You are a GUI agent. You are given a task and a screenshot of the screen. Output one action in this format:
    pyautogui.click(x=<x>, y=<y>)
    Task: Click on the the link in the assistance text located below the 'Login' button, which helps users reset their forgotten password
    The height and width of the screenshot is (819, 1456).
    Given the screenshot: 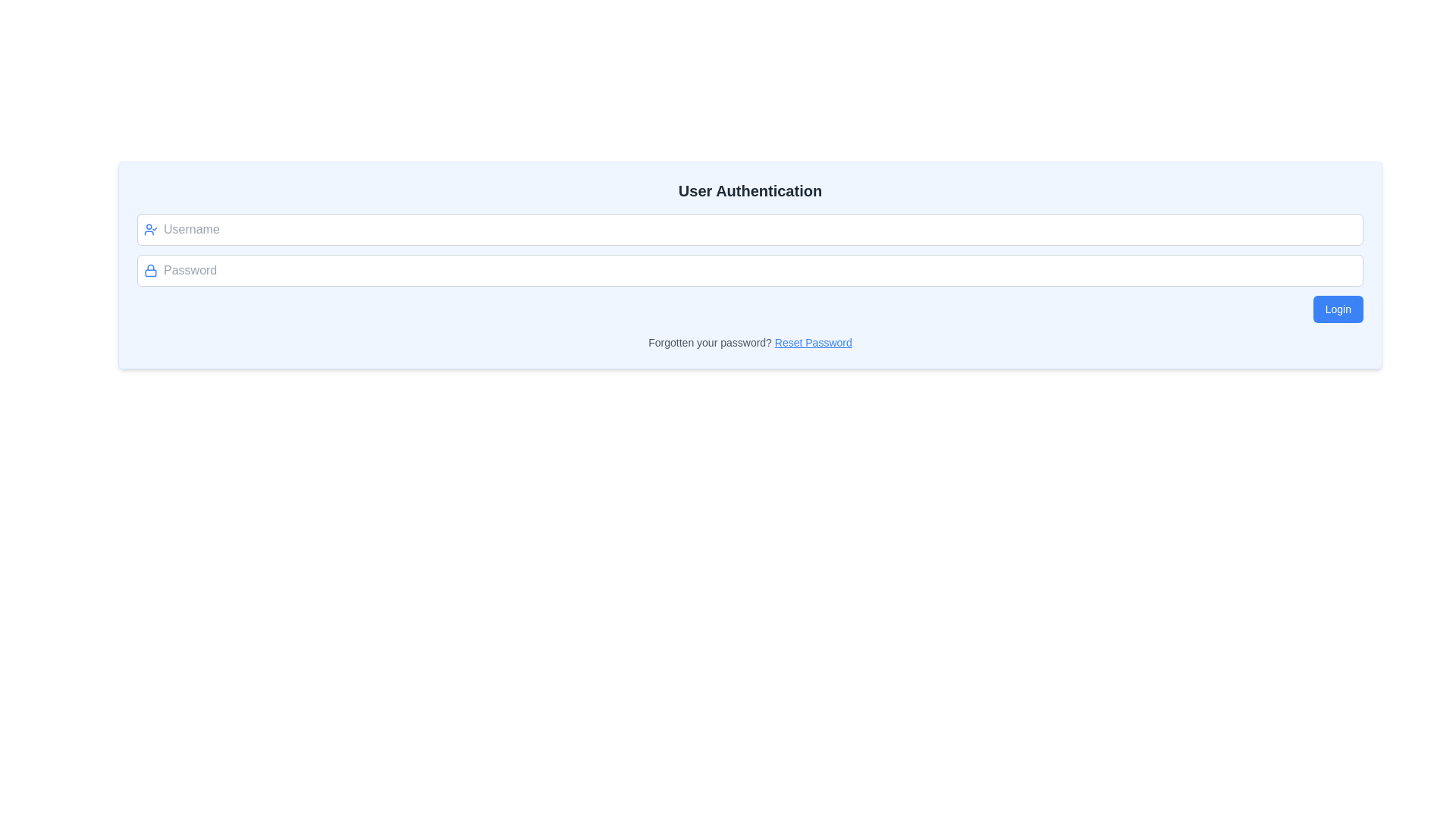 What is the action you would take?
    pyautogui.click(x=750, y=342)
    